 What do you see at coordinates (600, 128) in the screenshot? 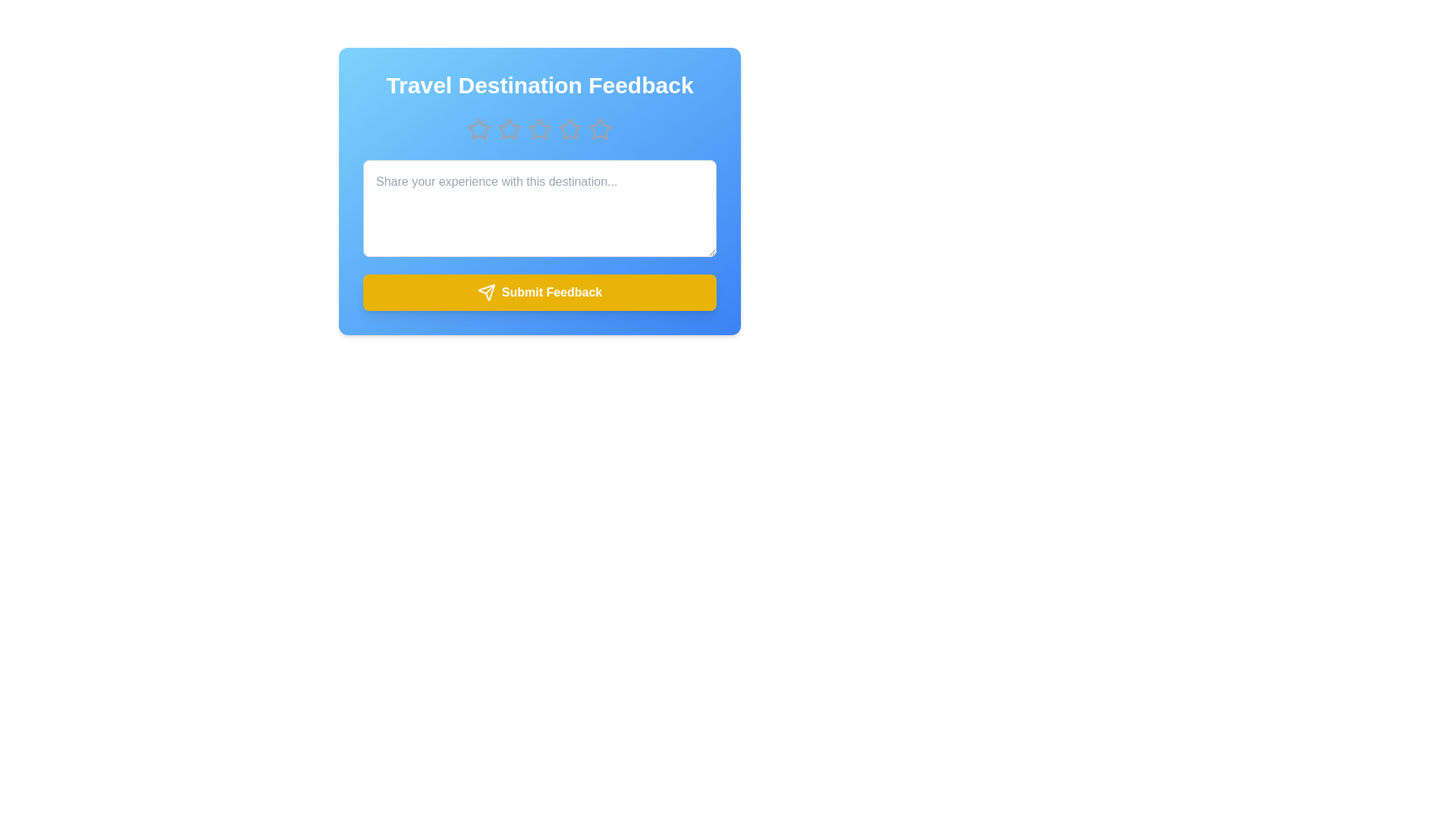
I see `the star corresponding to the desired rating 5` at bounding box center [600, 128].